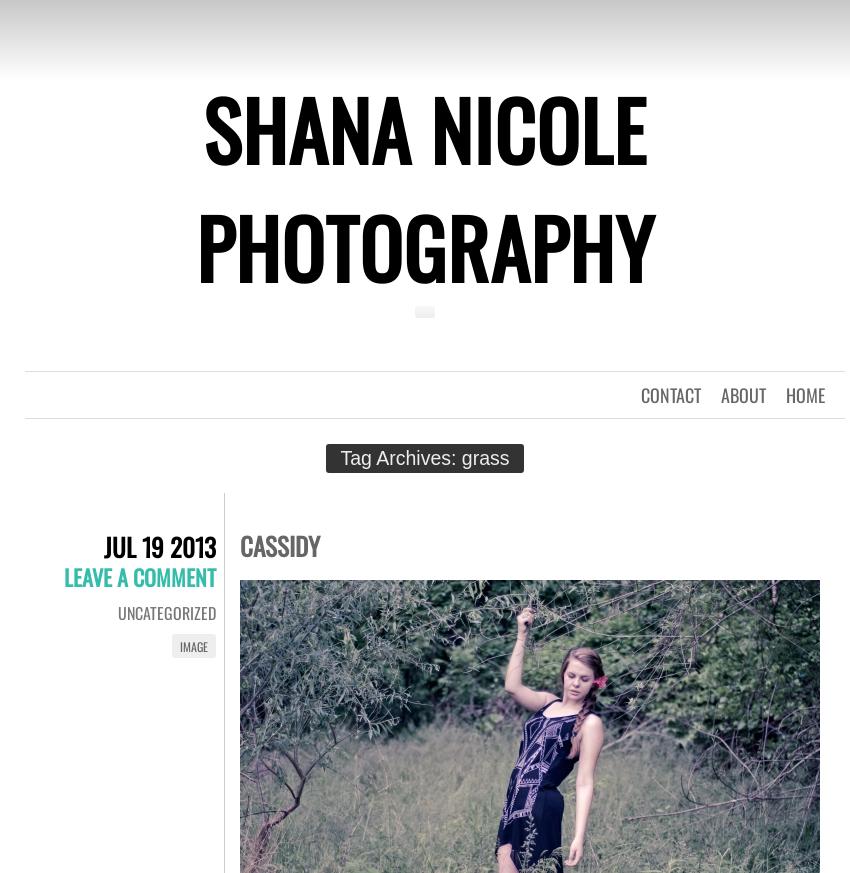 The image size is (850, 873). What do you see at coordinates (425, 186) in the screenshot?
I see `'Shana Nicole Photography'` at bounding box center [425, 186].